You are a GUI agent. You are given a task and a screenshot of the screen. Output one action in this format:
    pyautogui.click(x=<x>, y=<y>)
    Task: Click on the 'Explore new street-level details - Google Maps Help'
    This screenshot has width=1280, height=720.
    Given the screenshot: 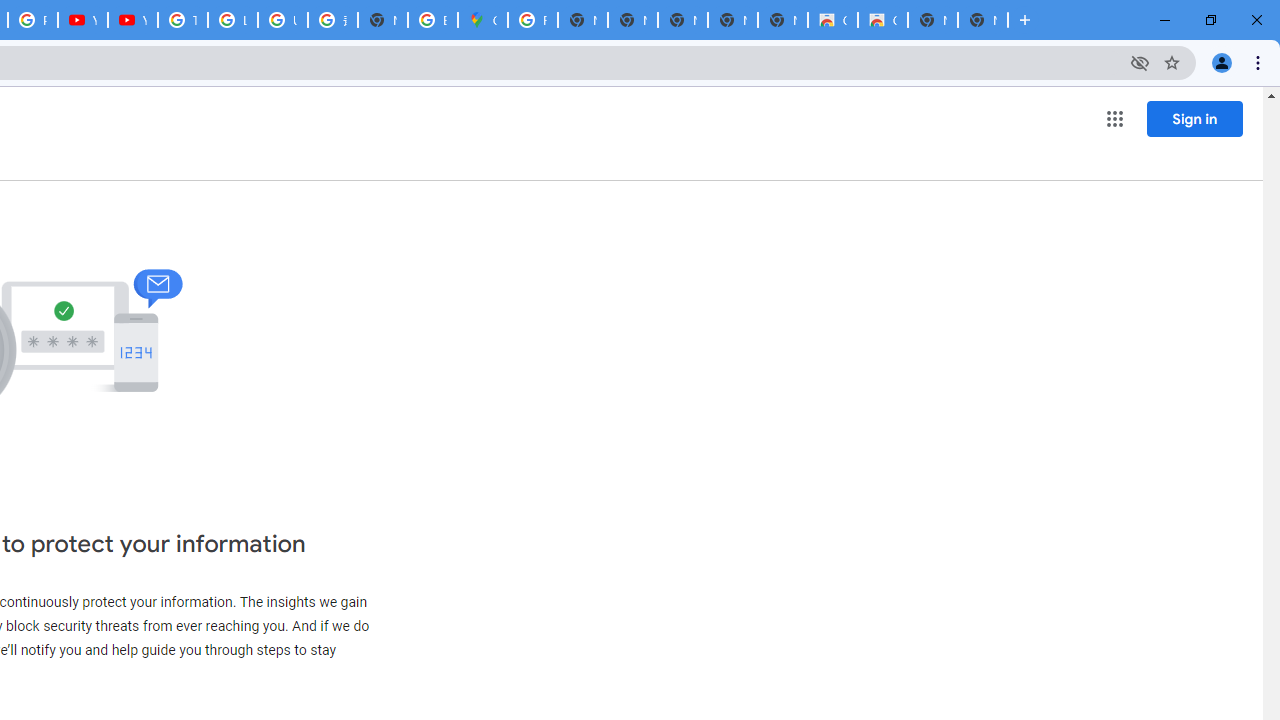 What is the action you would take?
    pyautogui.click(x=432, y=20)
    